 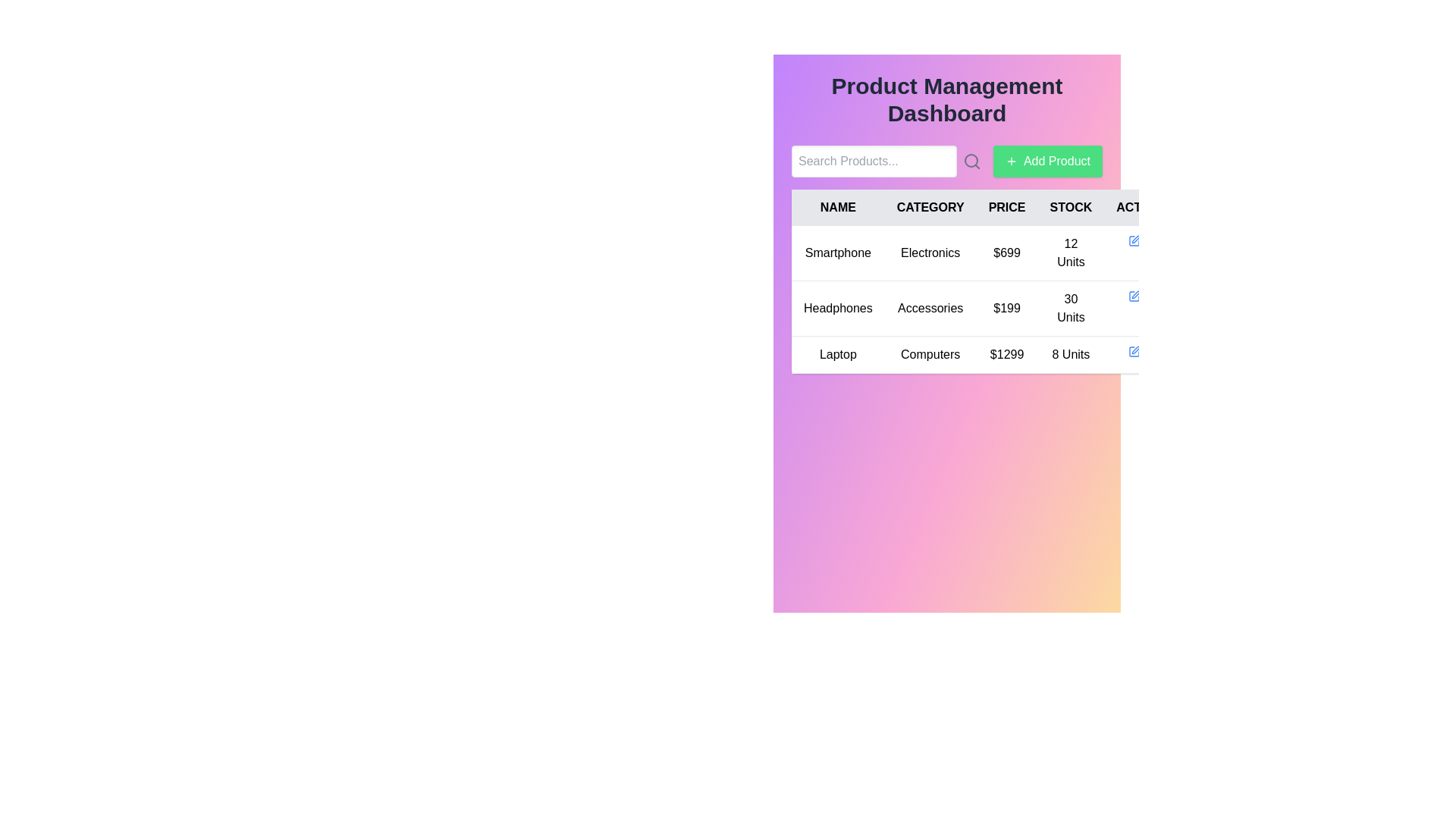 I want to click on the editing icon located in the 'Actions' column for the 'Headphones' row to initiate the editing process, so click(x=1135, y=295).